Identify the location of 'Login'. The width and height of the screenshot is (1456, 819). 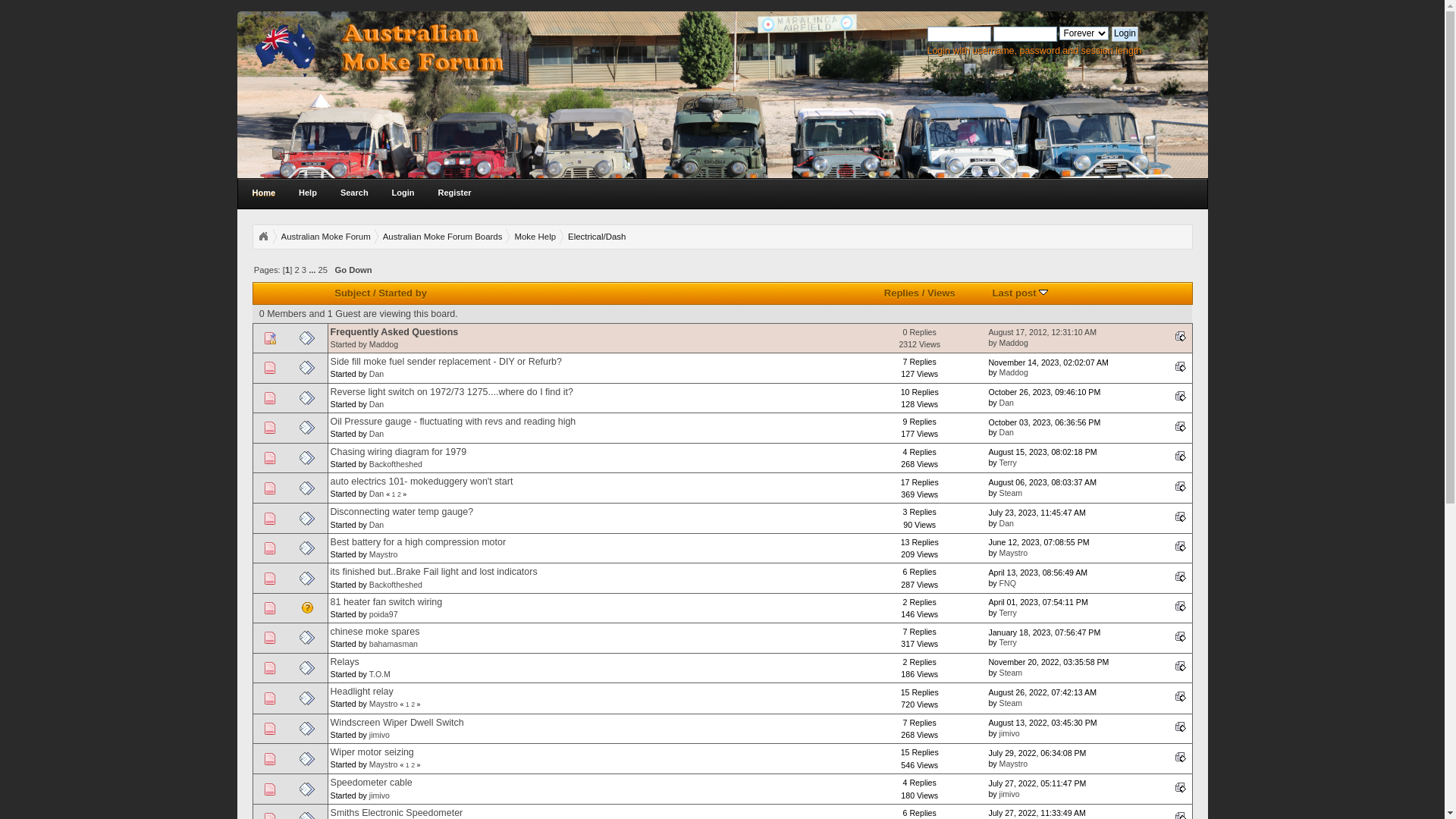
(1125, 34).